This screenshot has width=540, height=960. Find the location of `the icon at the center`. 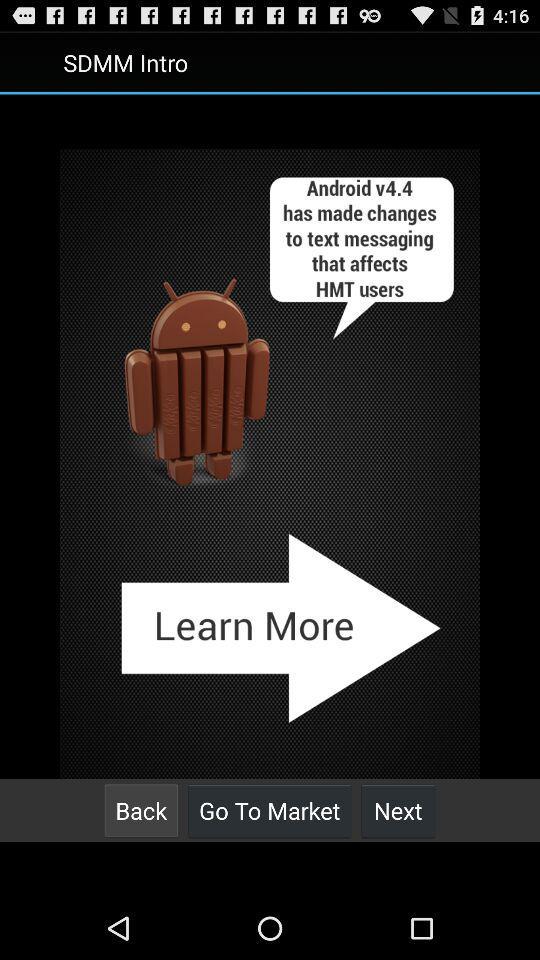

the icon at the center is located at coordinates (270, 464).